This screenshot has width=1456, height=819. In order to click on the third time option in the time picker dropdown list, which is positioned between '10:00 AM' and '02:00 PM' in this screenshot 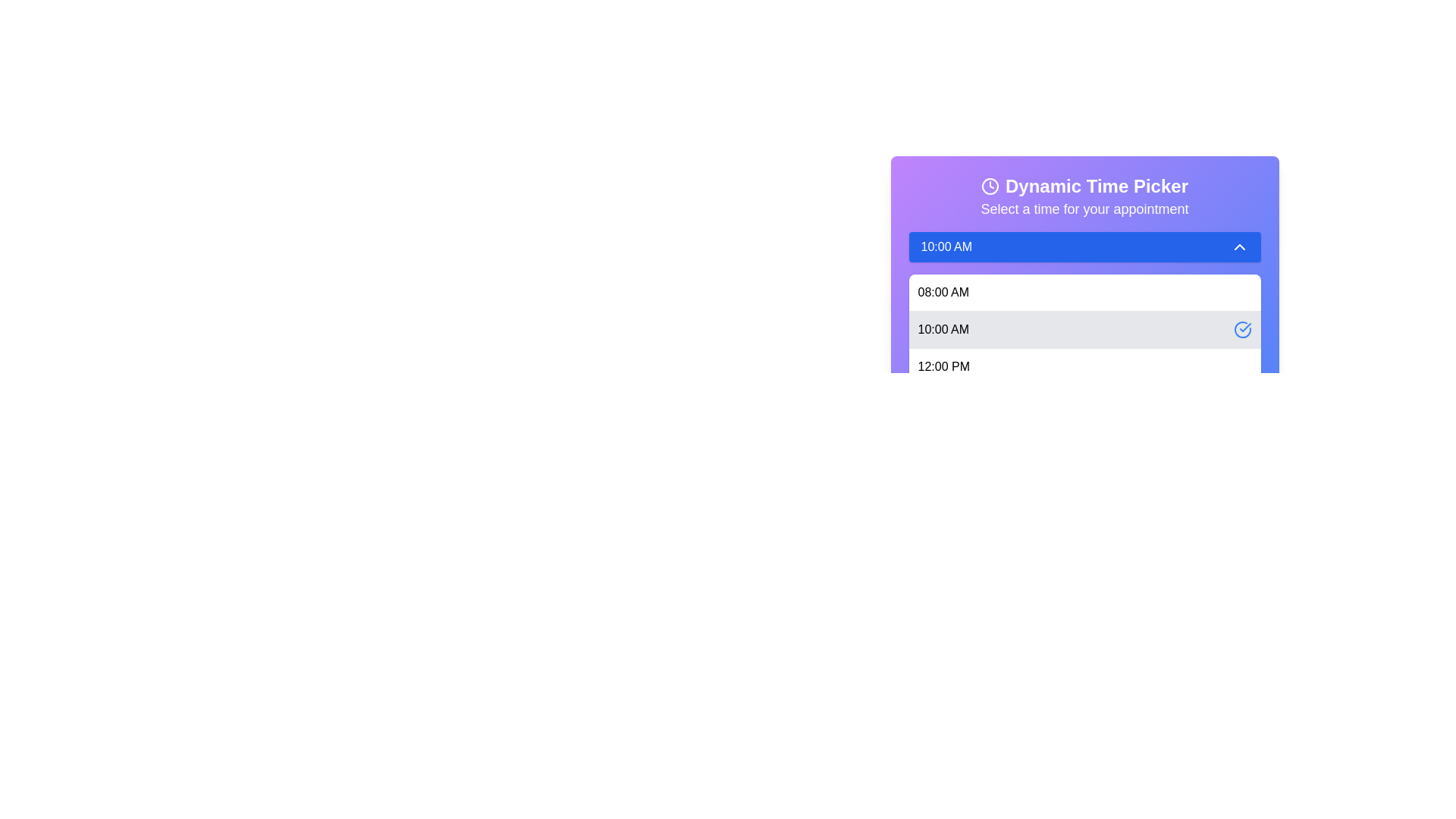, I will do `click(1084, 366)`.